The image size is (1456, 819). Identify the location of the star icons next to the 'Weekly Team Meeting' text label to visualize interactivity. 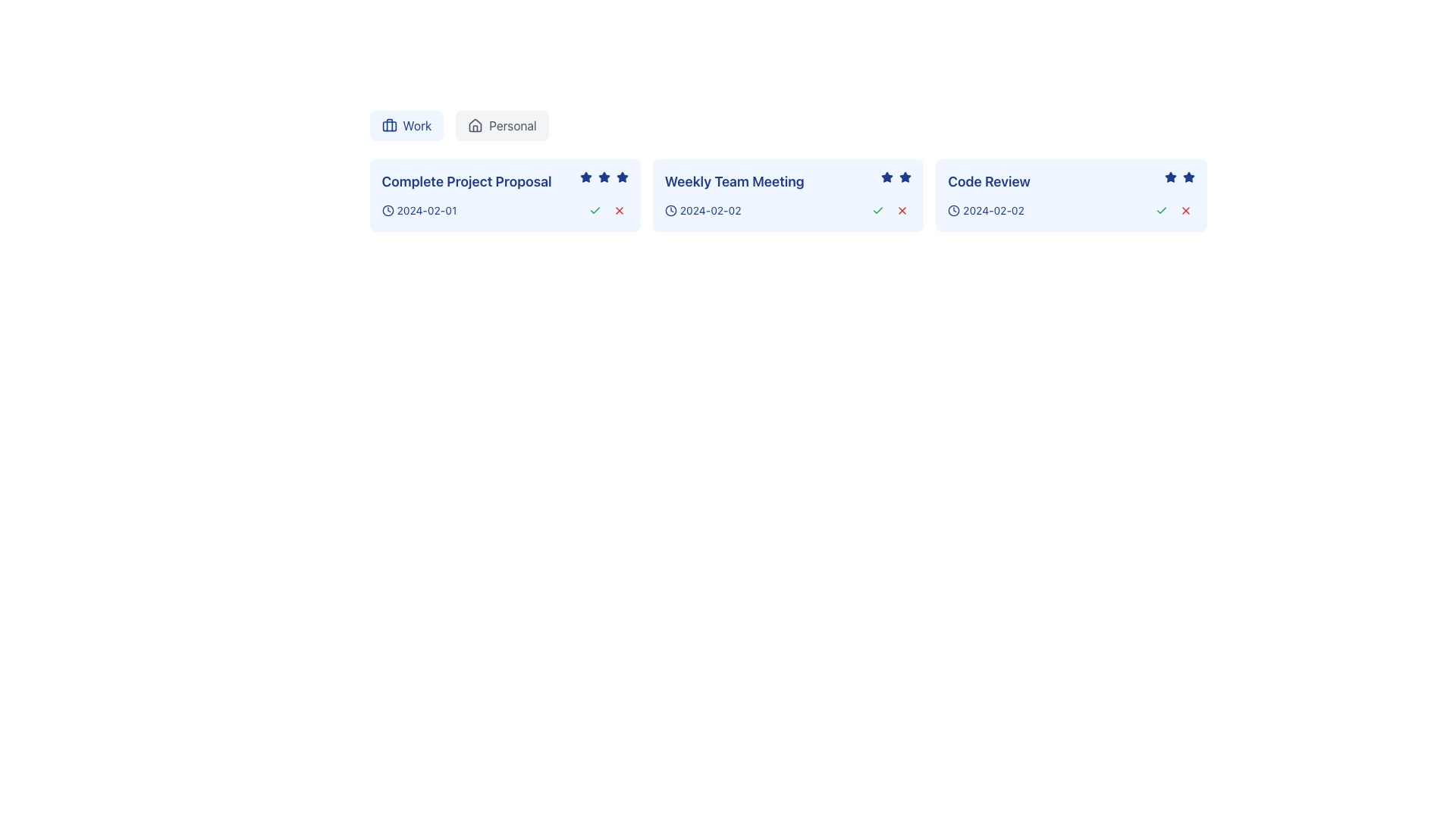
(788, 180).